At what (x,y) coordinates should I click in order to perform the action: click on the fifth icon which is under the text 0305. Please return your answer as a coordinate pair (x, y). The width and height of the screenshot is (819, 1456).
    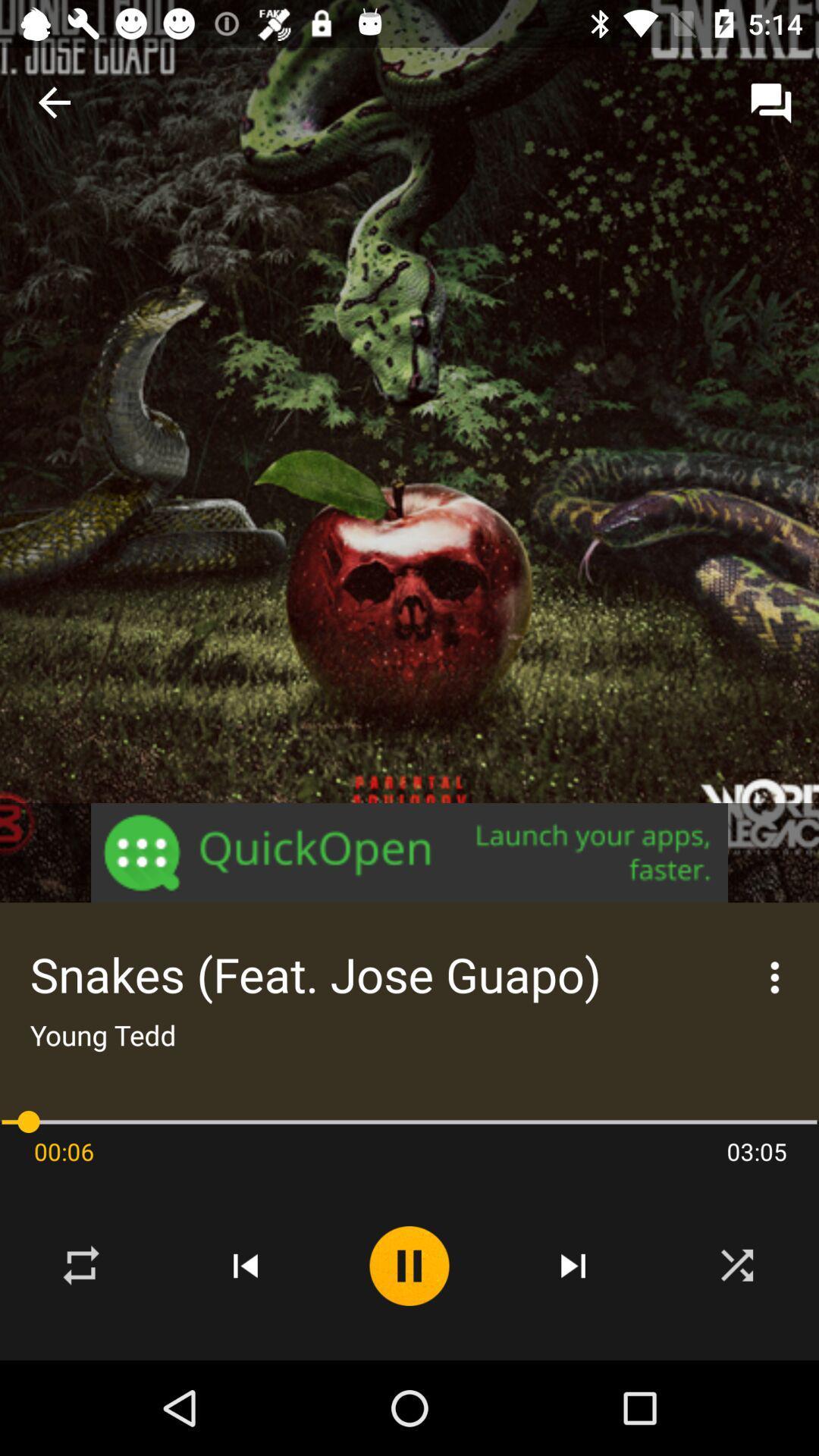
    Looking at the image, I should click on (736, 1266).